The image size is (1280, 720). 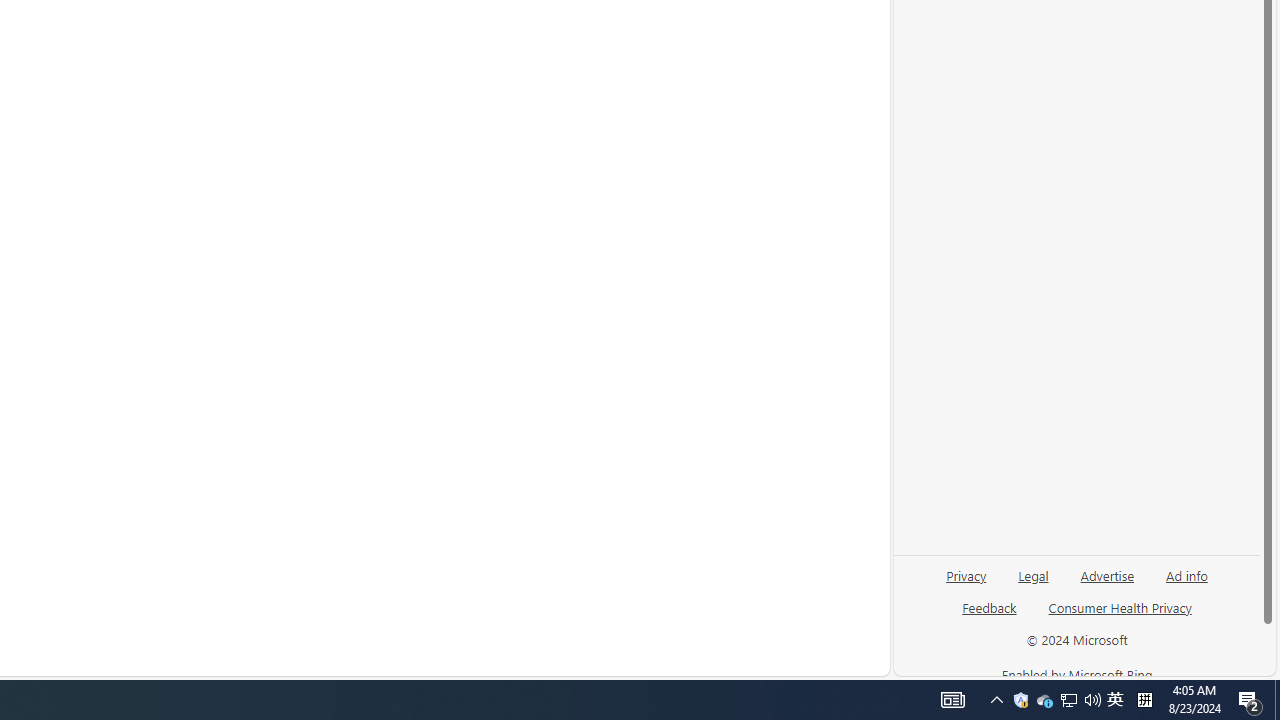 I want to click on 'Privacy', so click(x=967, y=583).